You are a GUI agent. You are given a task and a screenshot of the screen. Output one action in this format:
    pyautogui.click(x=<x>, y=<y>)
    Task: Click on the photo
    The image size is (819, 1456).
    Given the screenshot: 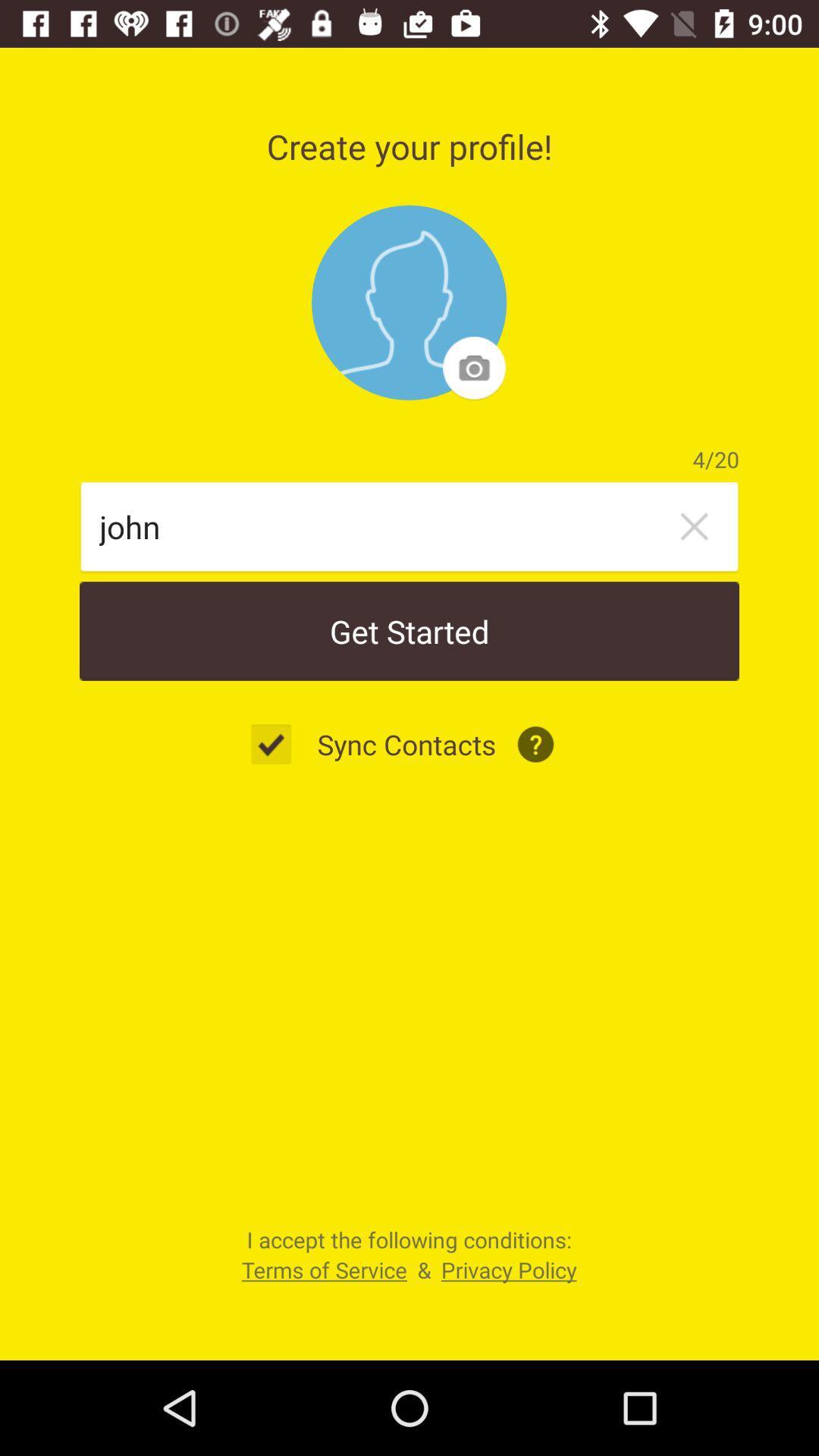 What is the action you would take?
    pyautogui.click(x=408, y=303)
    